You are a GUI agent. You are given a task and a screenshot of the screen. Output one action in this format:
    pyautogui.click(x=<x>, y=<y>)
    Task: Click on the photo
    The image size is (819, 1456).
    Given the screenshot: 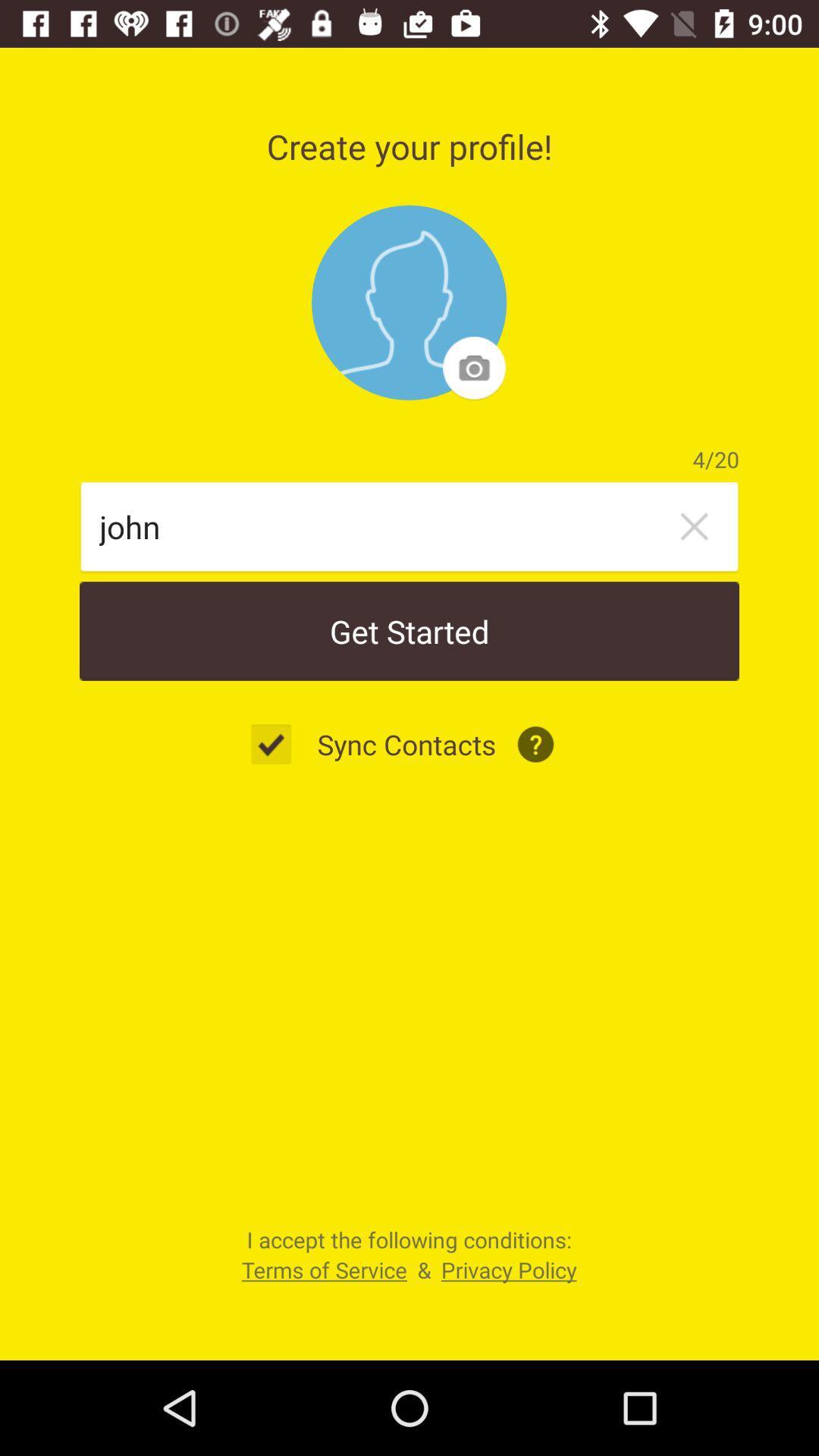 What is the action you would take?
    pyautogui.click(x=408, y=303)
    